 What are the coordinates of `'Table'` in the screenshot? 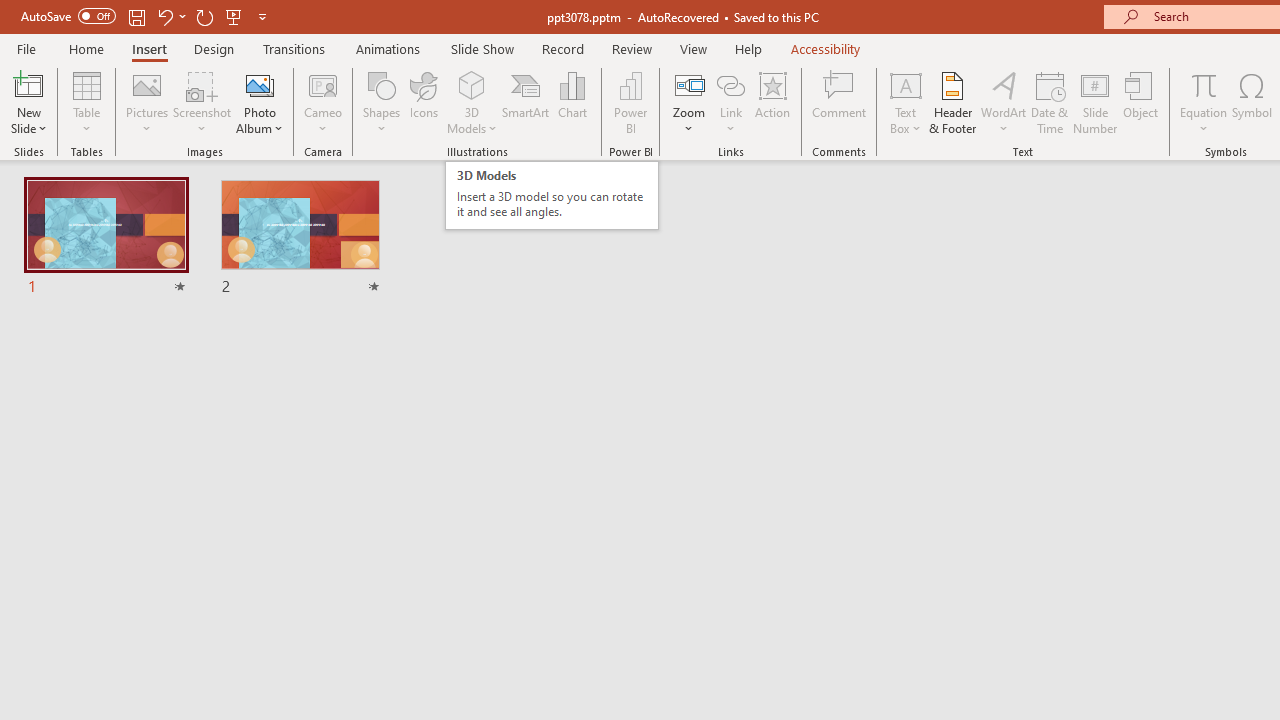 It's located at (86, 103).